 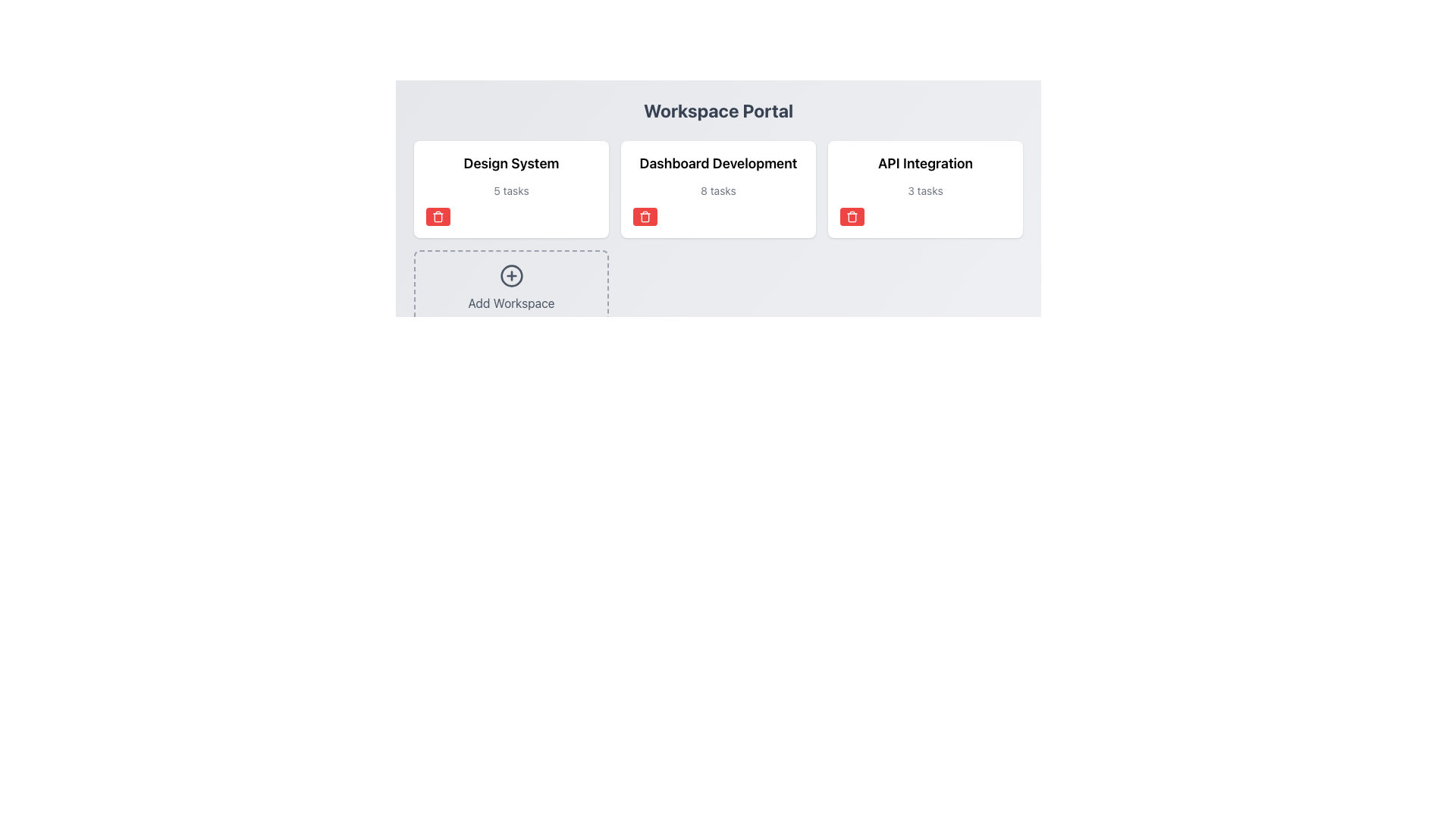 What do you see at coordinates (511, 190) in the screenshot?
I see `text element displaying '5 tasks' in a small, gray font located beneath the 'Design System' title within a white card` at bounding box center [511, 190].